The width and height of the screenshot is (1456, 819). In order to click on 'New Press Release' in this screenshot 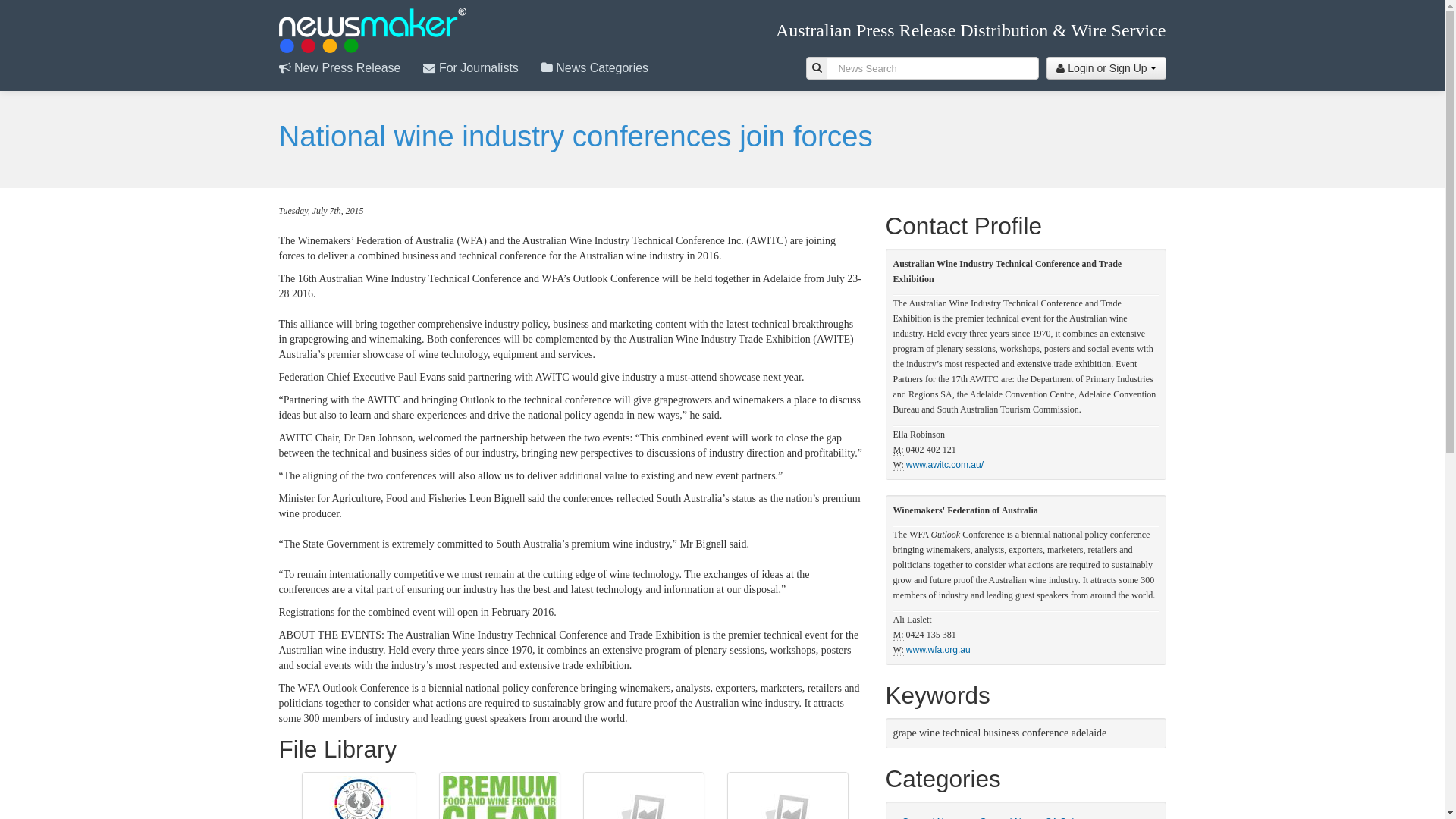, I will do `click(350, 67)`.